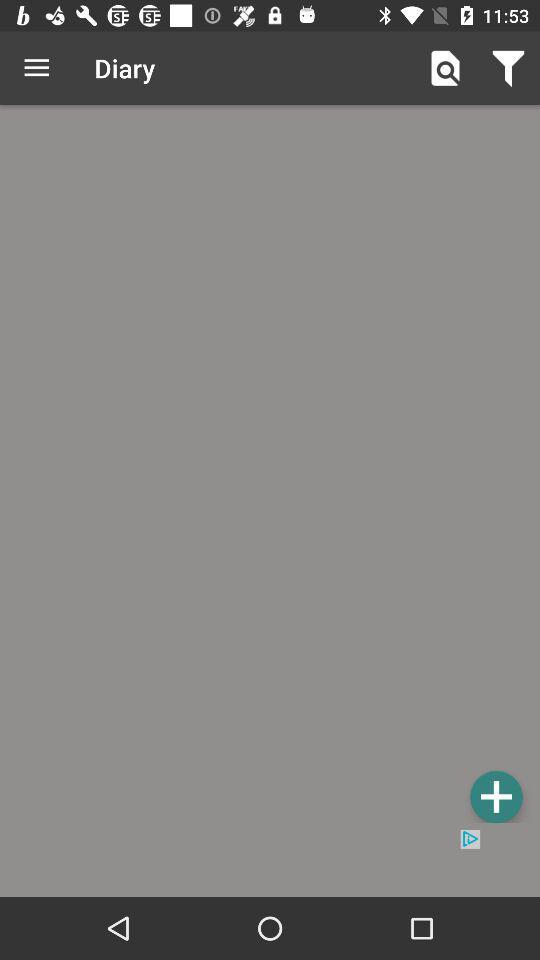 The height and width of the screenshot is (960, 540). What do you see at coordinates (495, 796) in the screenshot?
I see `the icon at the bottom right corner` at bounding box center [495, 796].